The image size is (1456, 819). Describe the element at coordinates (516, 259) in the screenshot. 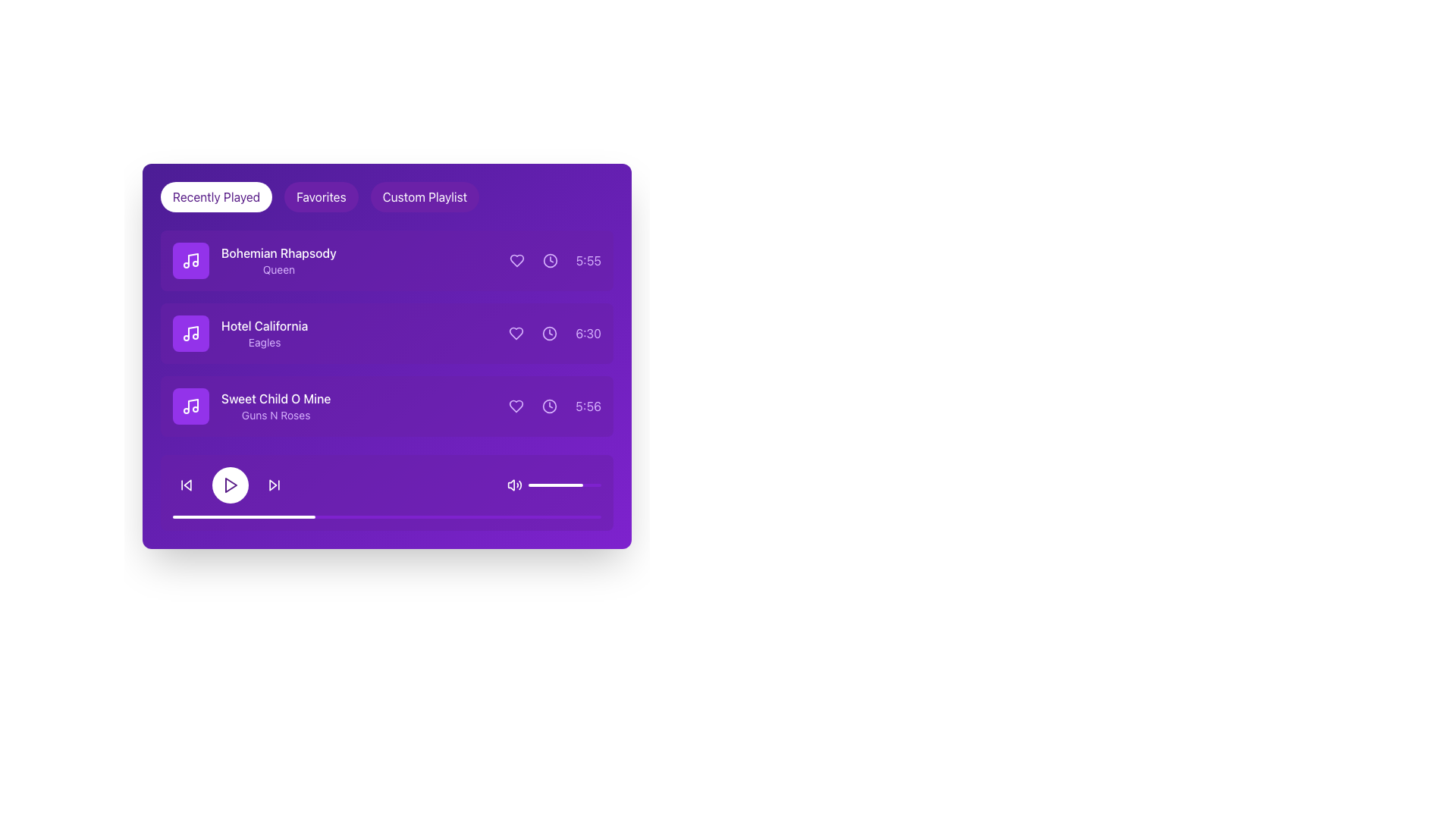

I see `the heart icon representing the favorite action for the song 'Bohemian Rhapsody' to change its color from purple to pink` at that location.